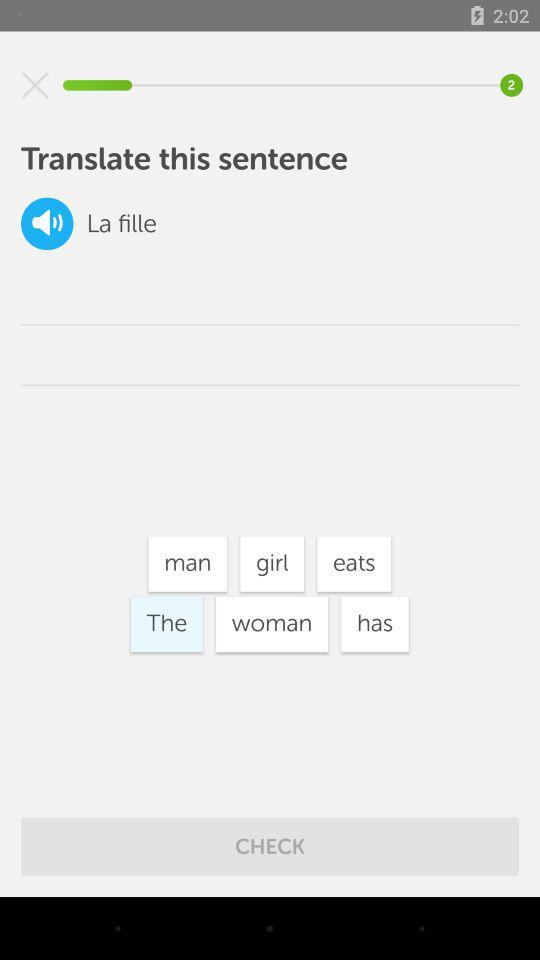  I want to click on check icon, so click(270, 845).